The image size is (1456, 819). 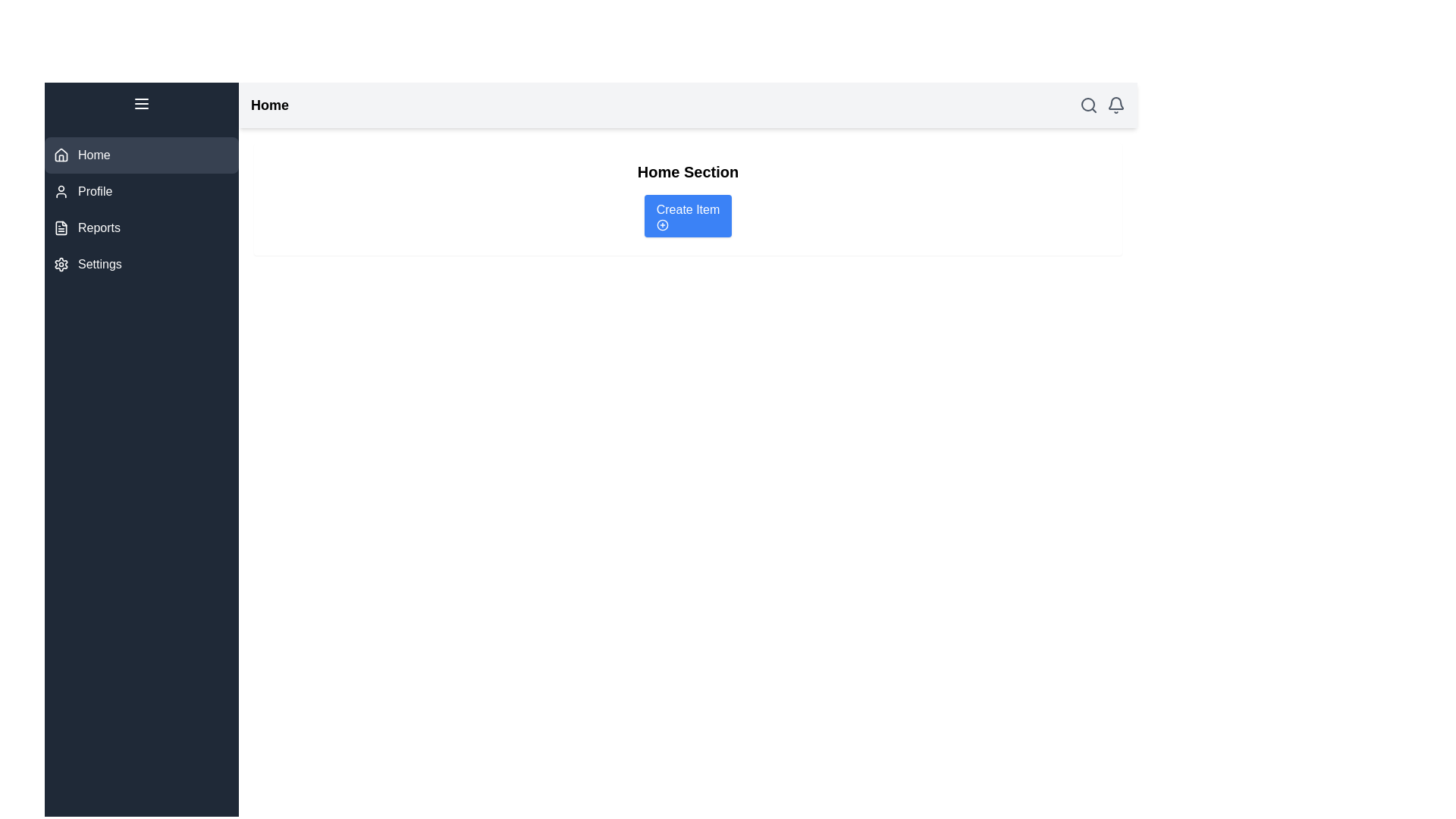 I want to click on the 'Reports' menu item in the sidebar, so click(x=142, y=210).